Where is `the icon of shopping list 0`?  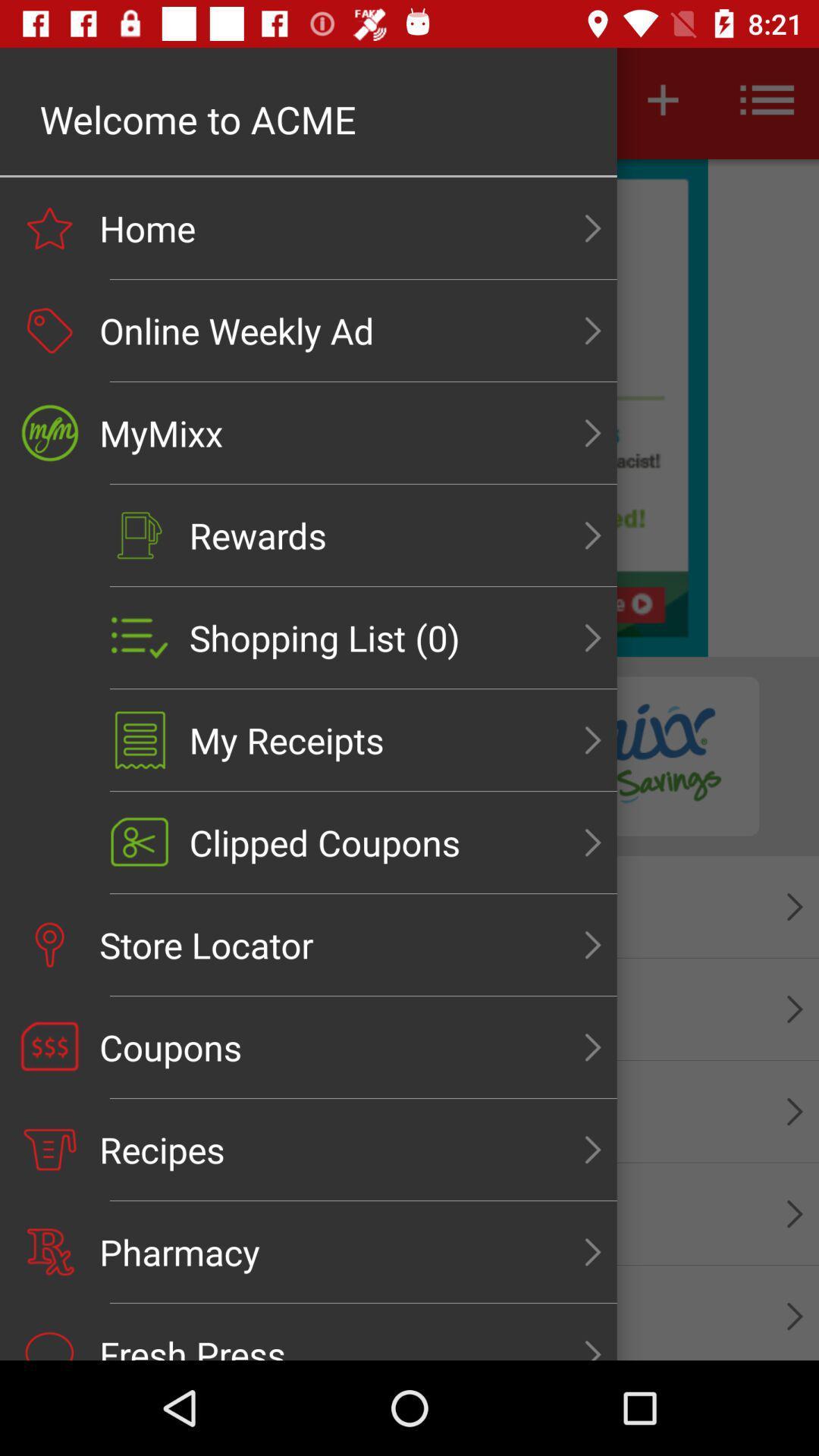 the icon of shopping list 0 is located at coordinates (140, 638).